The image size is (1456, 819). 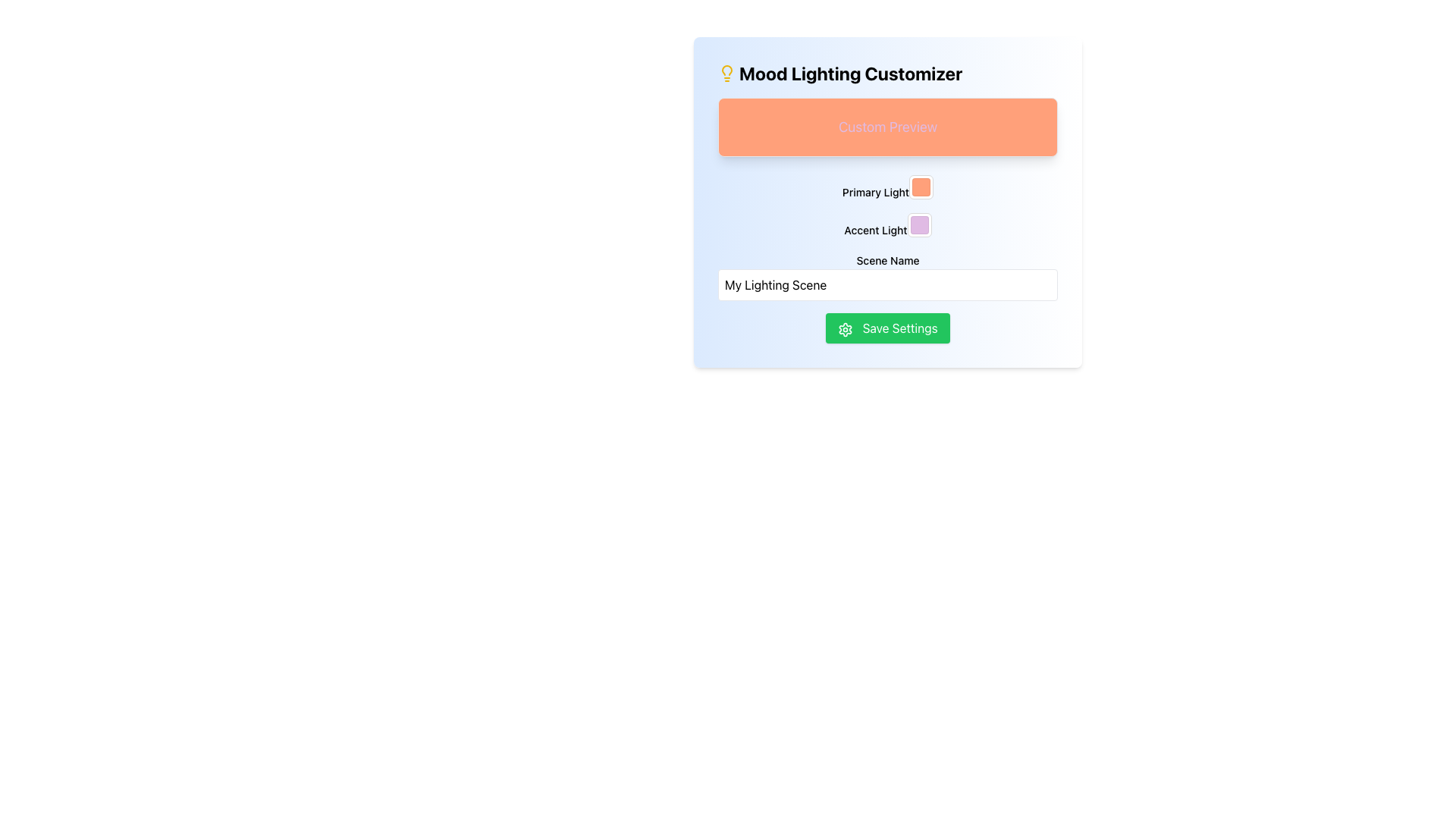 I want to click on the contents of the Preview panel, which is a rectangular box with rounded corners, featuring centered text that reads 'Custom Preview' in pastel purple, located in the 'Mood Lighting Customizer' section, so click(x=888, y=127).